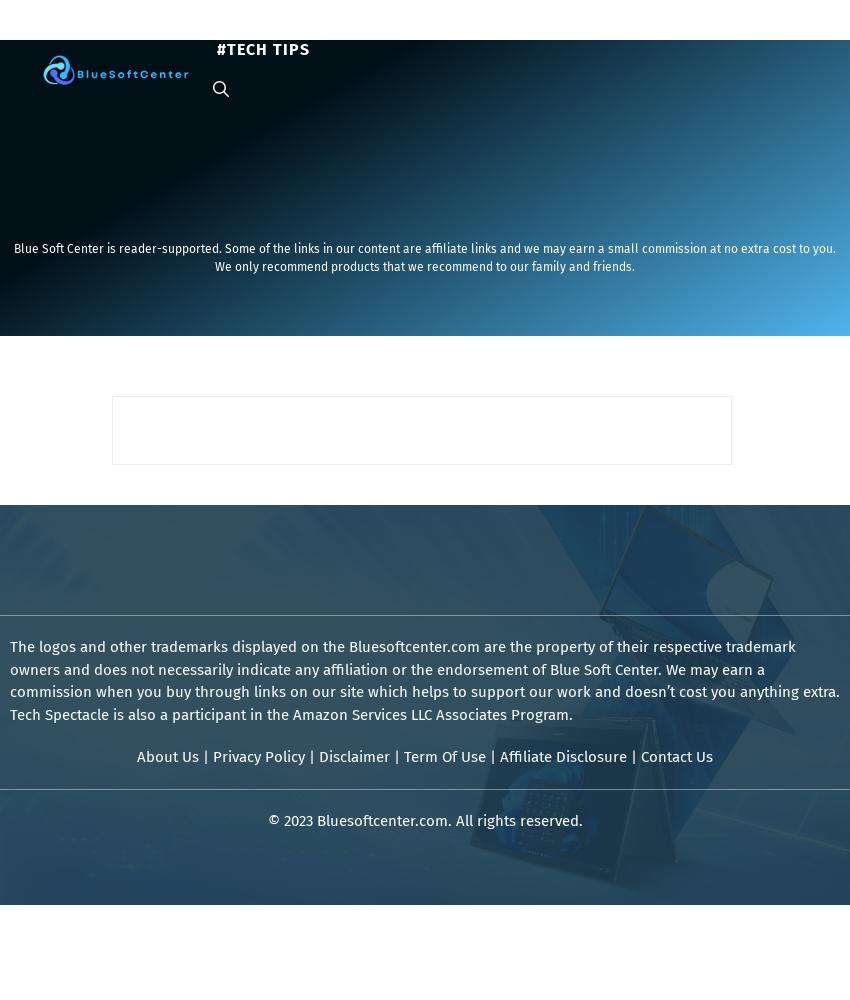 This screenshot has width=850, height=1000. I want to click on 'Desktop', so click(430, 29).